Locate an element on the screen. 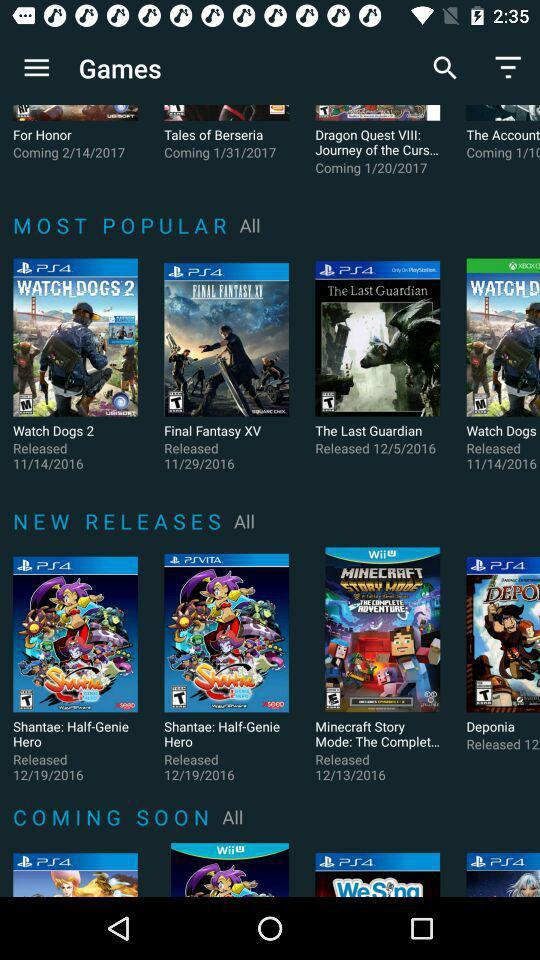 This screenshot has height=960, width=540. icon to the left of the all item is located at coordinates (120, 520).